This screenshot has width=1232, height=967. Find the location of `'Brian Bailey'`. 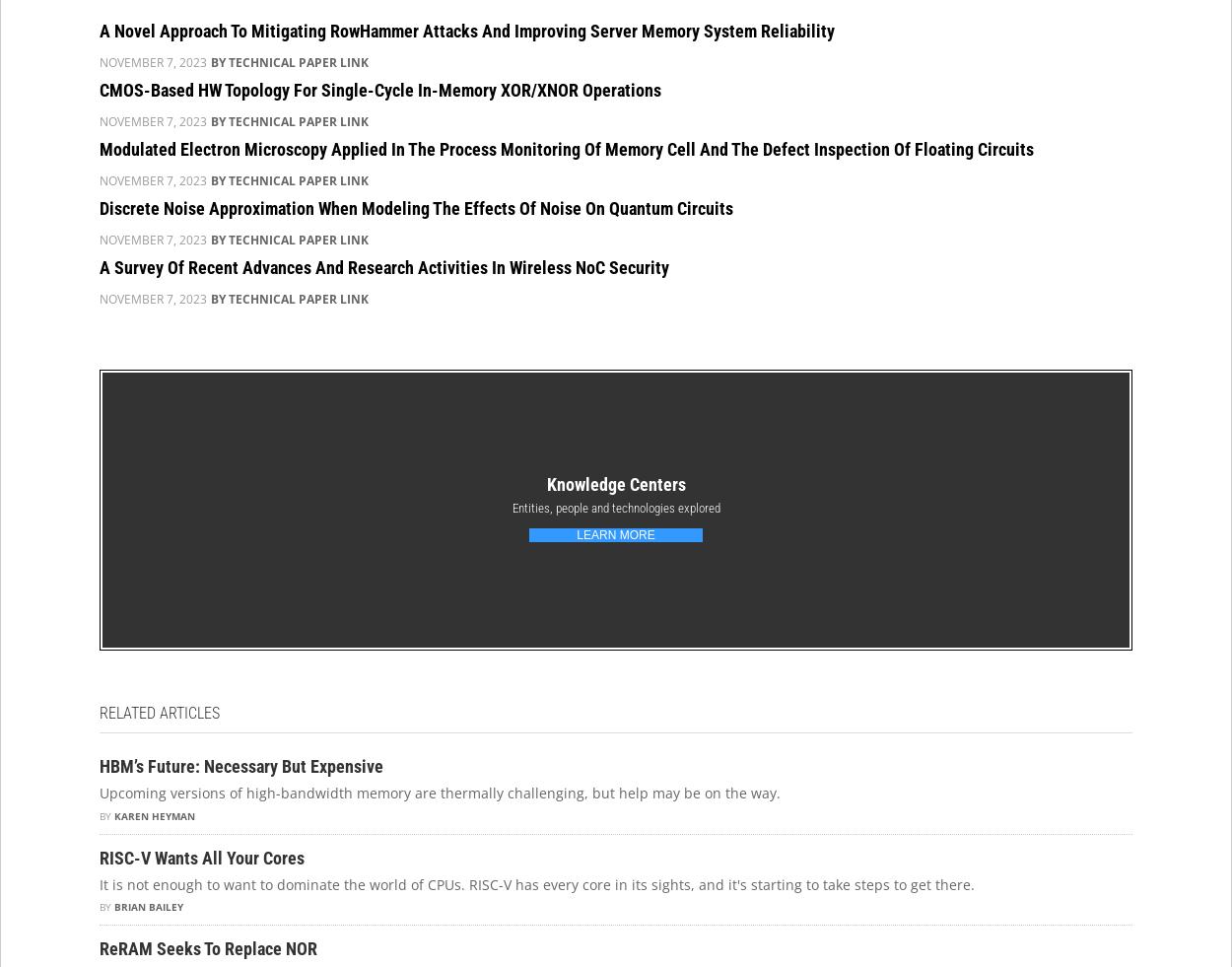

'Brian Bailey' is located at coordinates (149, 906).